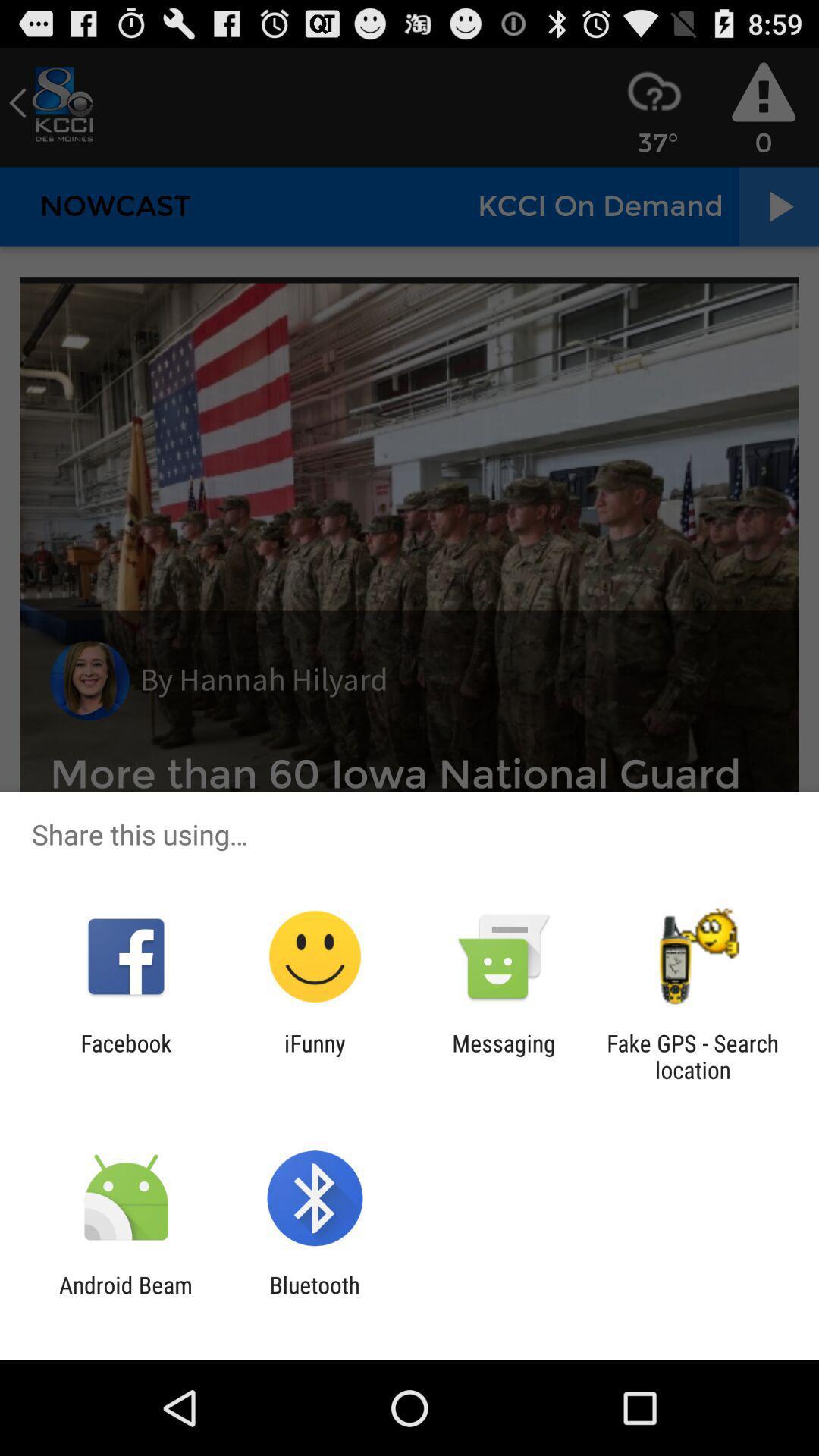  I want to click on the item next to the android beam, so click(314, 1298).